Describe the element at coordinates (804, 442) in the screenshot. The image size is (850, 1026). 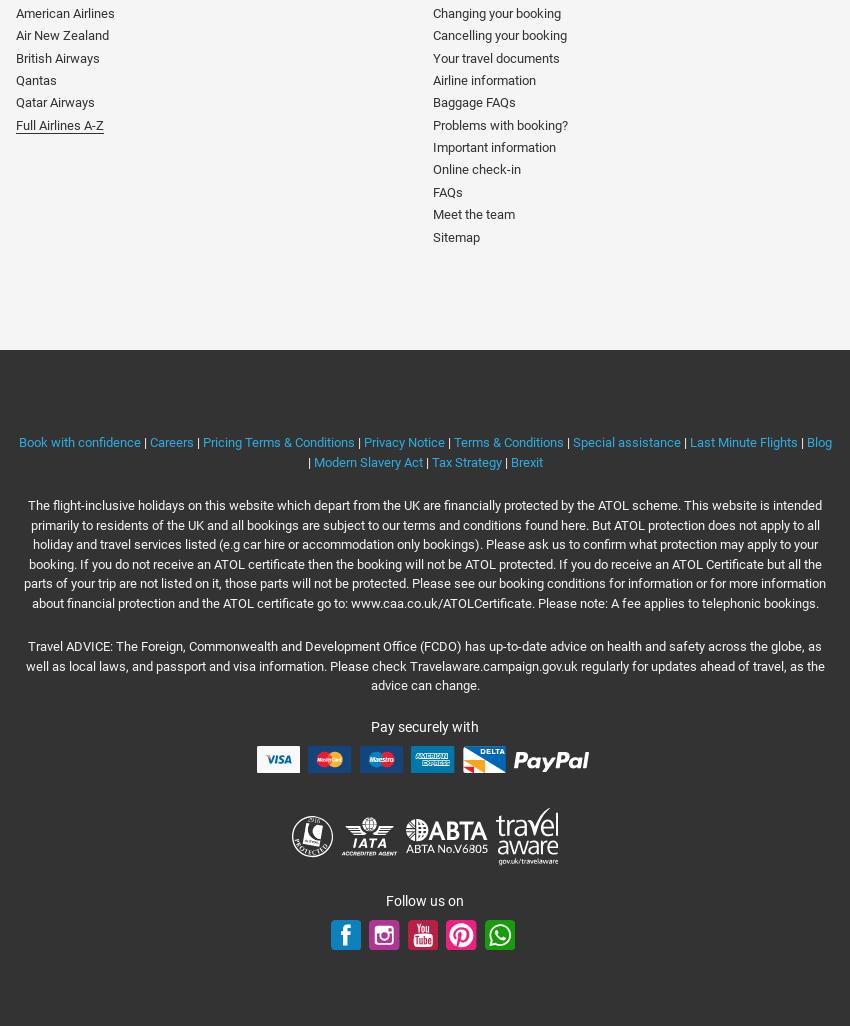
I see `'Blog'` at that location.